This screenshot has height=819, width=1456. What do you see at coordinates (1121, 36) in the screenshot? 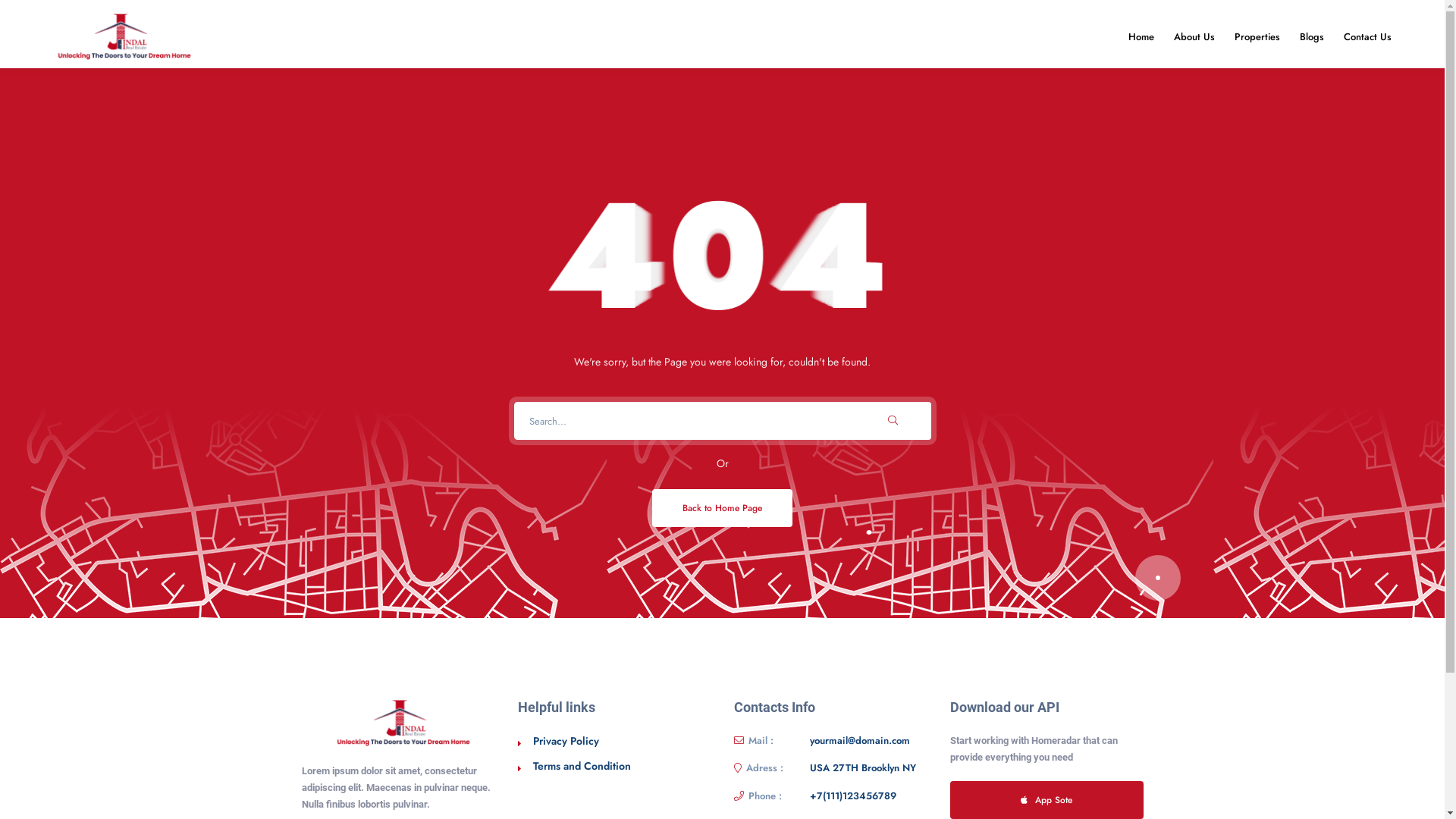
I see `'Home'` at bounding box center [1121, 36].